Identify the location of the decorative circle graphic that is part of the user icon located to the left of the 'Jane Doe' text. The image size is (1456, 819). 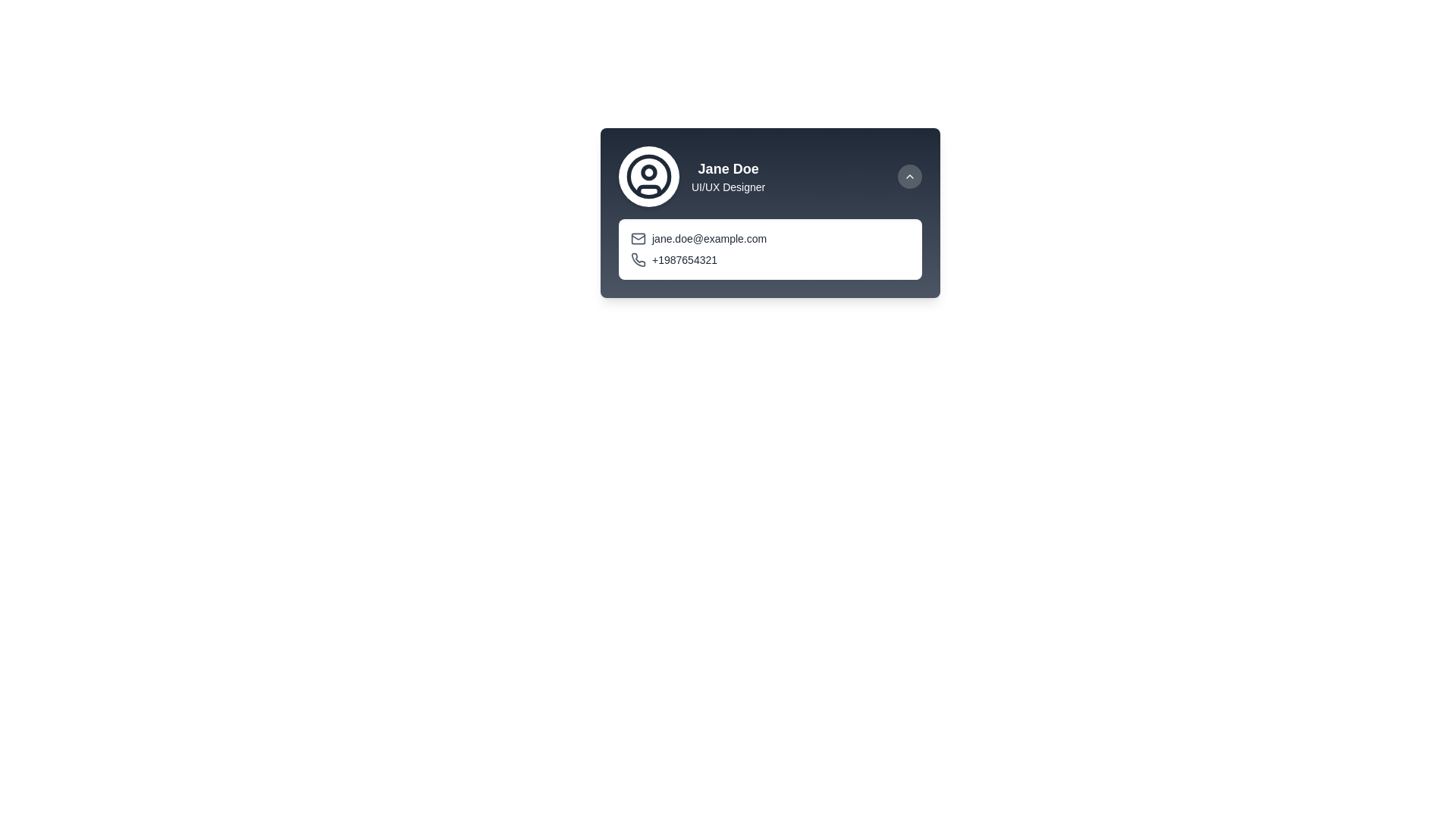
(648, 174).